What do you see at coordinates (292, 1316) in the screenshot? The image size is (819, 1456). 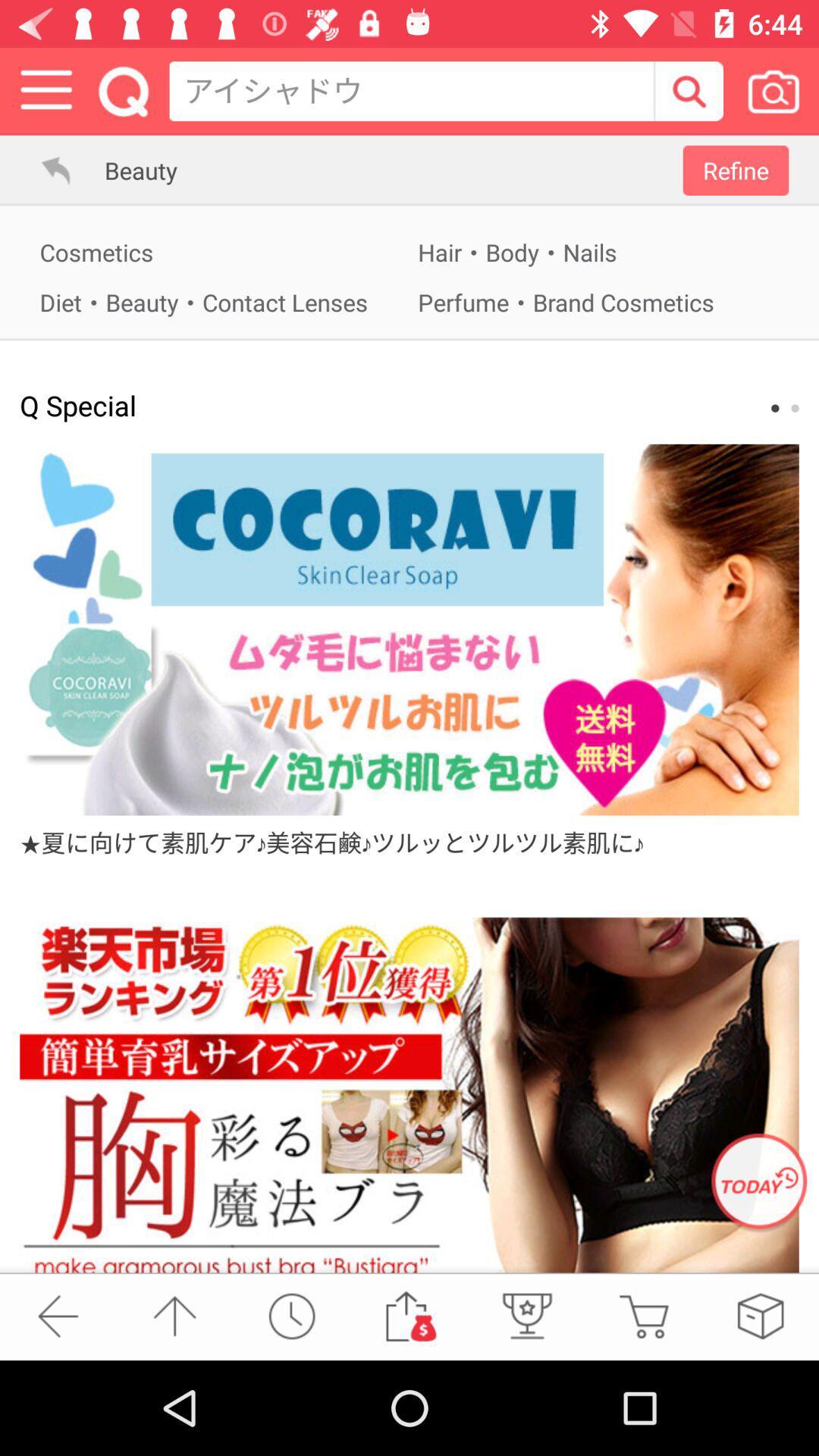 I see `clock icon` at bounding box center [292, 1316].